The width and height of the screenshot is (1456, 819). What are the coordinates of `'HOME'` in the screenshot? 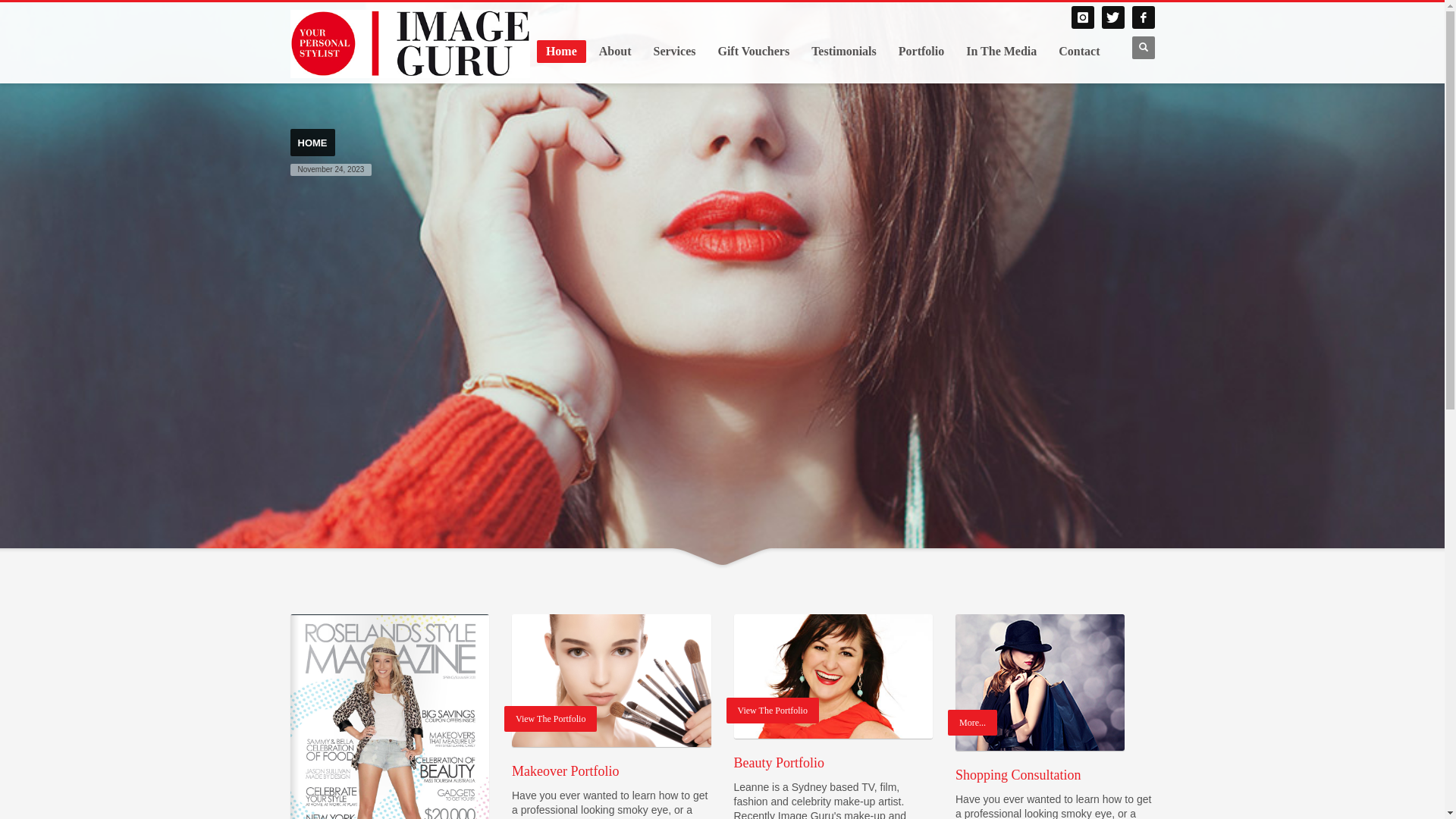 It's located at (311, 143).